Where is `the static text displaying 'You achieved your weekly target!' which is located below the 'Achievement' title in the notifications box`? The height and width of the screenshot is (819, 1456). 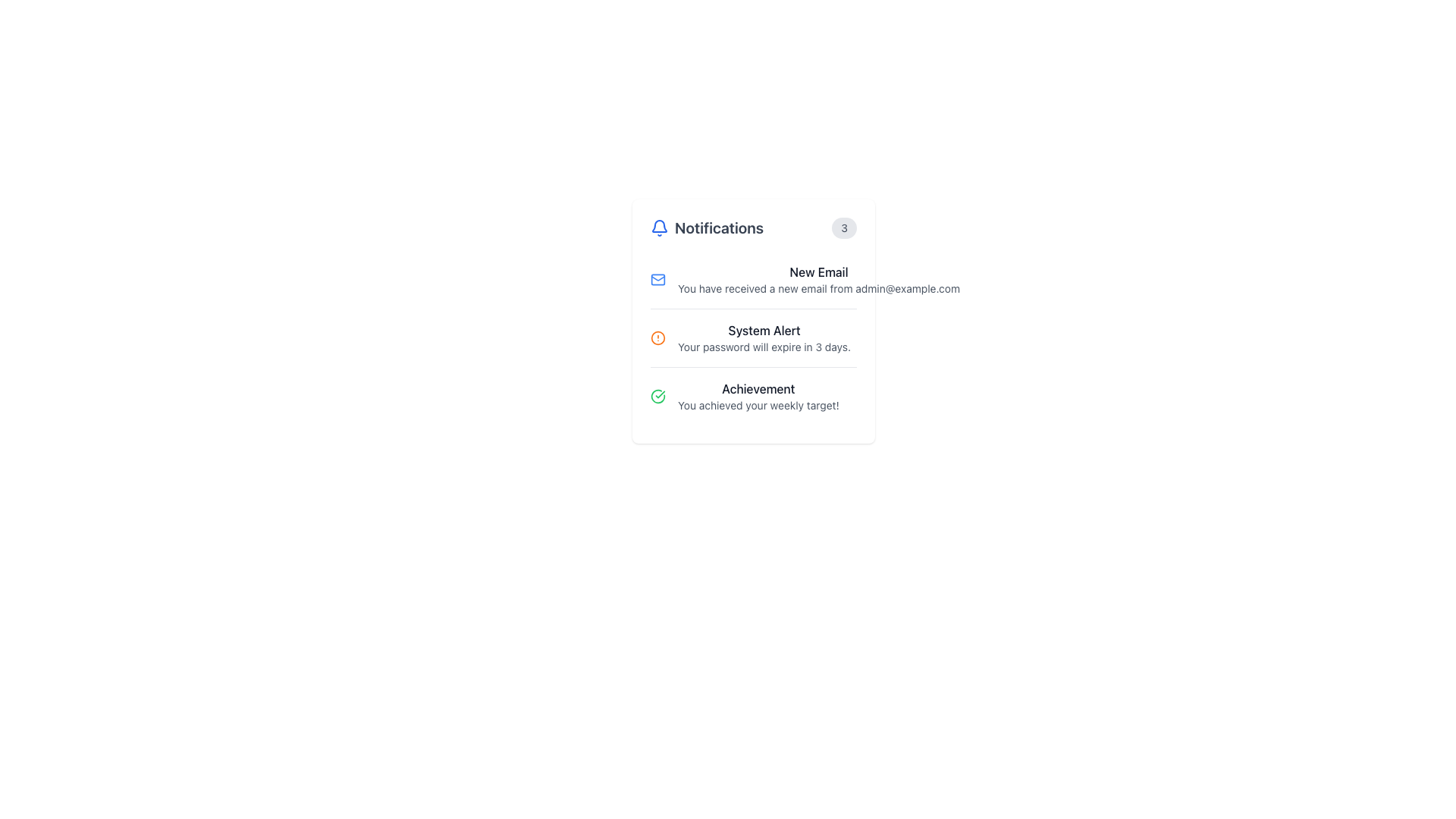 the static text displaying 'You achieved your weekly target!' which is located below the 'Achievement' title in the notifications box is located at coordinates (758, 405).